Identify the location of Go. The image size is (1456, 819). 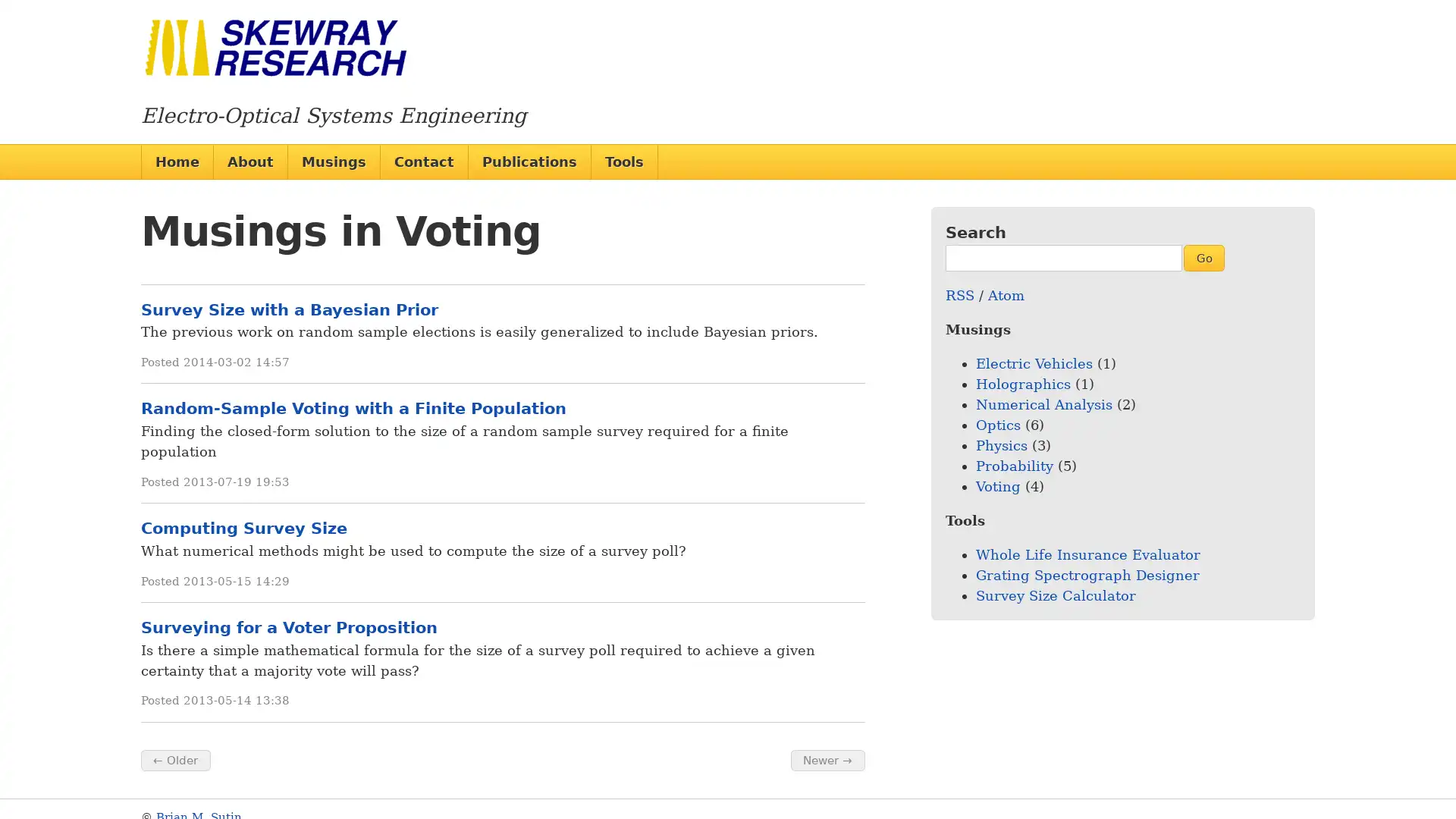
(1203, 256).